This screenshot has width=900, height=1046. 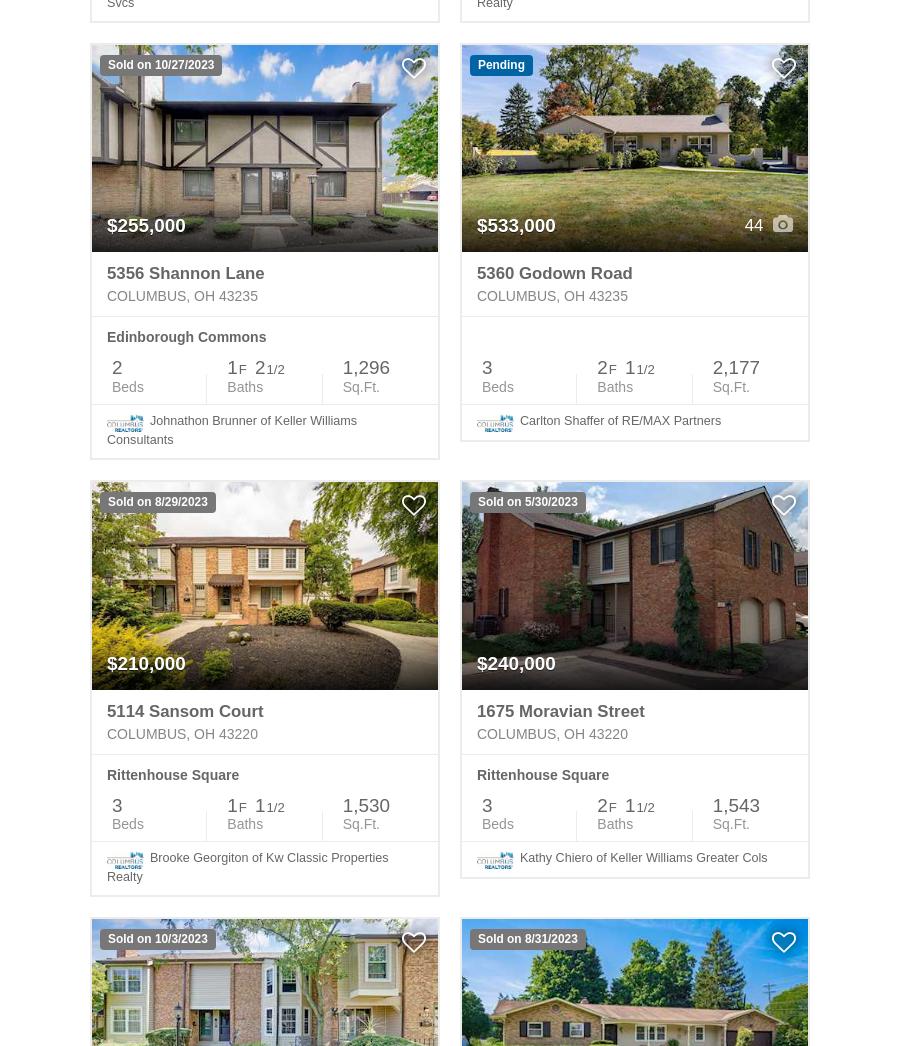 I want to click on 'Sold  on 5/30/2023', so click(x=526, y=501).